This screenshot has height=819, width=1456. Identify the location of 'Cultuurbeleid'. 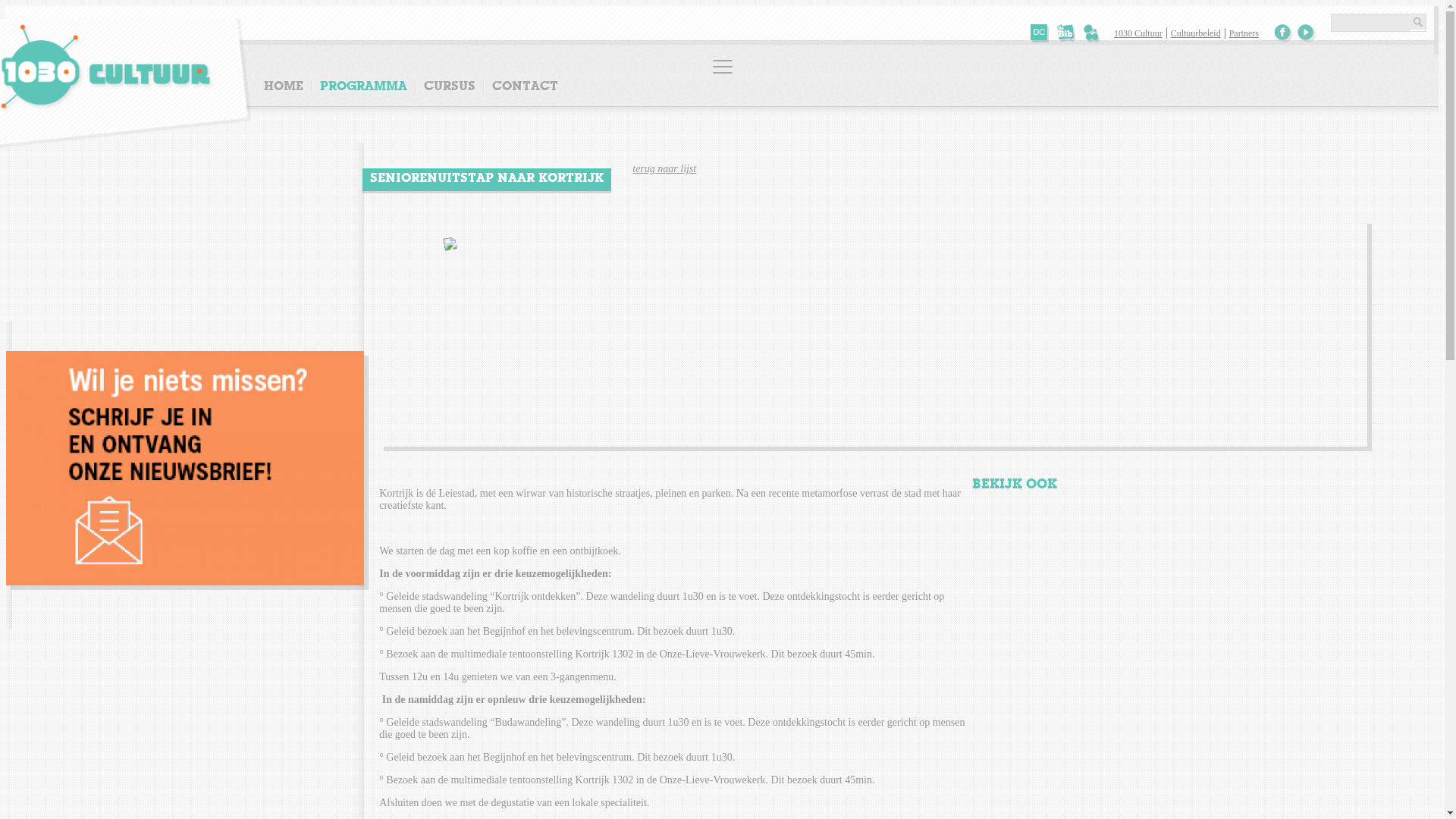
(1165, 33).